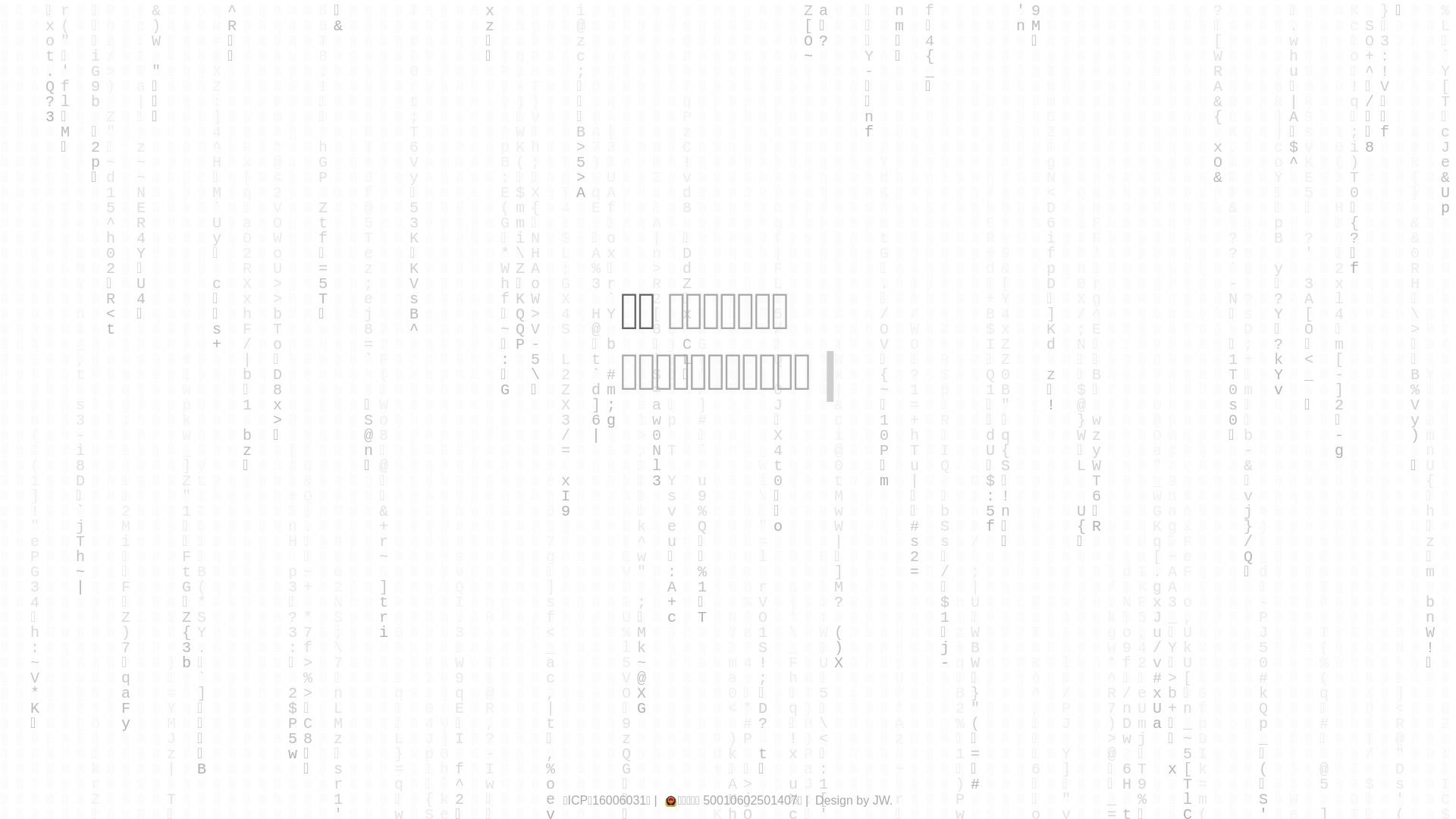 The height and width of the screenshot is (819, 1456). I want to click on 'Design by JW.', so click(854, 799).